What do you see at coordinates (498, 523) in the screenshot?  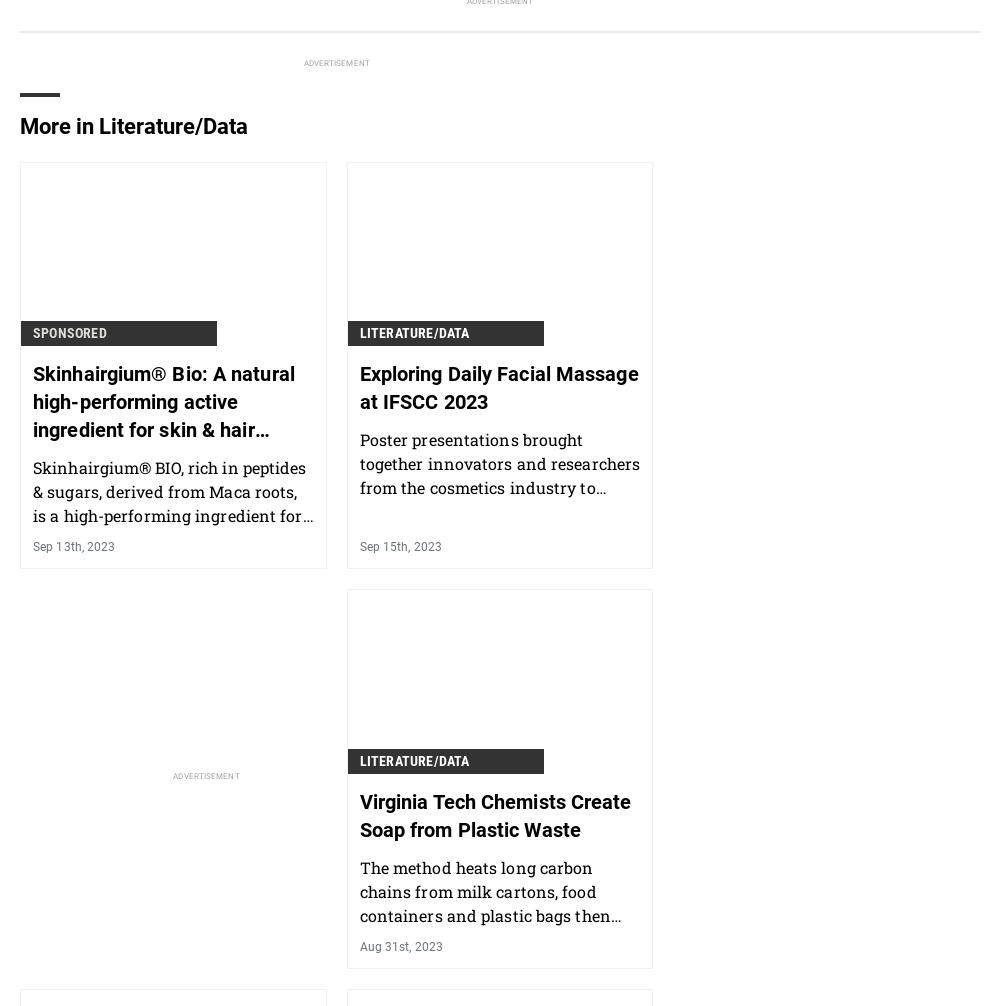 I see `'Poster presentations brought together innovators and researchers from the cosmetics industry to unveil first studies on the transformative effects of massage, and focused in this instance on improved skin concerns, sleep patterns and mental well-being.'` at bounding box center [498, 523].